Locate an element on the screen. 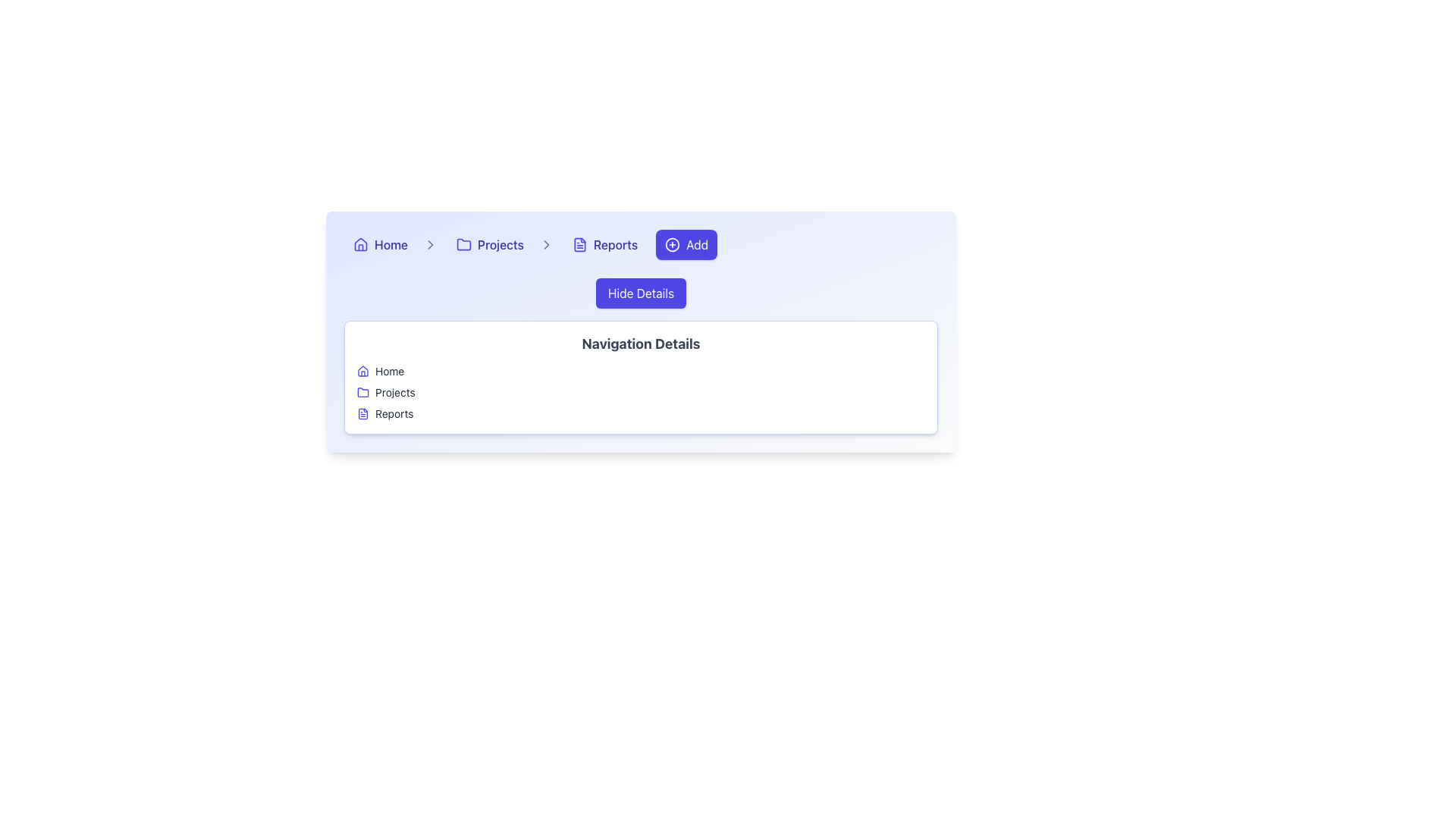 The width and height of the screenshot is (1456, 819). the small gray chevron icon located in the breadcrumb navigation bar, positioned between the 'Home' and 'Projects' links is located at coordinates (429, 244).